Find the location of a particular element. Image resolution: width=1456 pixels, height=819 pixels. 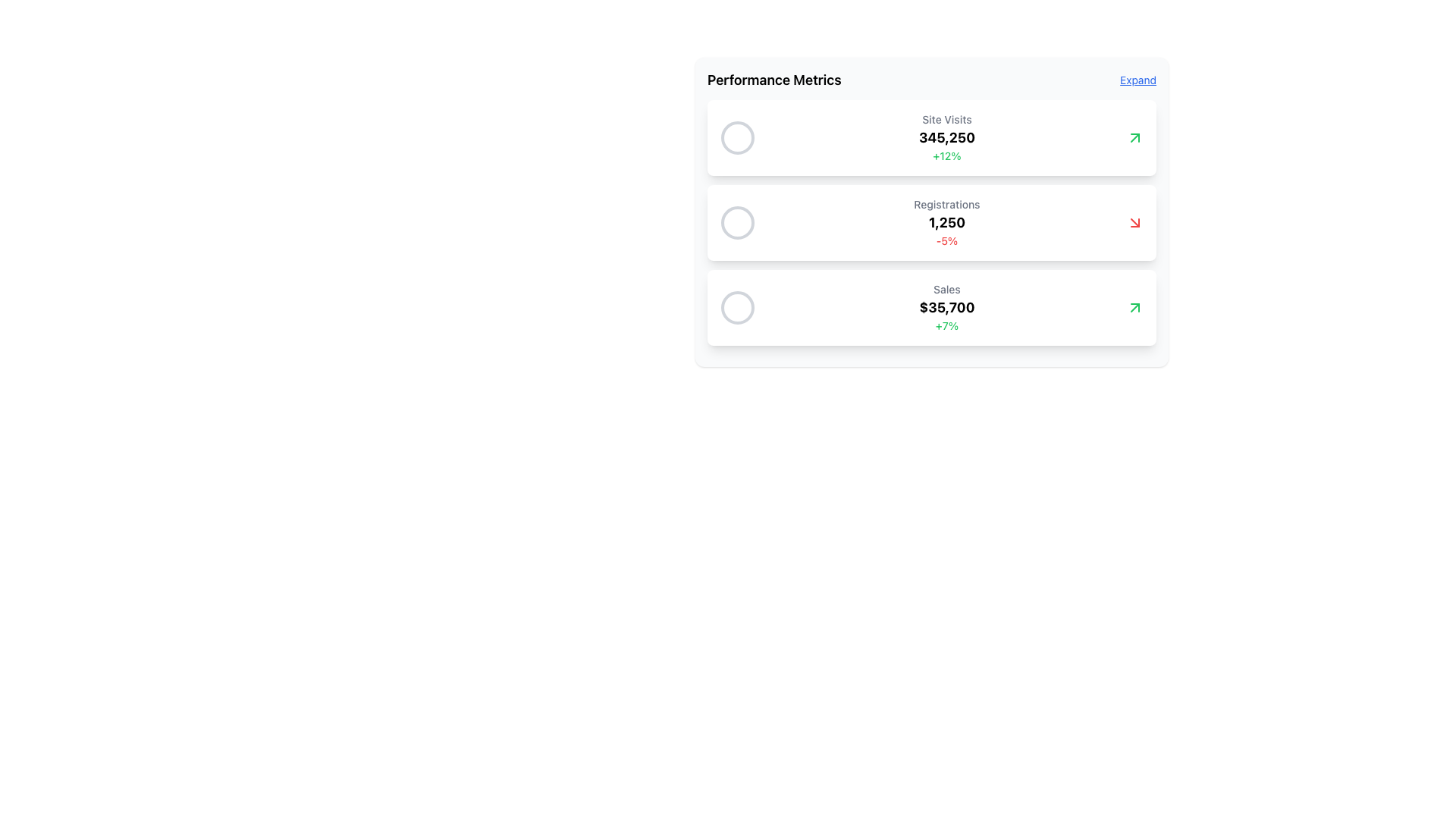

the text label that displays the numerical value of site visits, located in the first row of metrics, underneath 'Site Visits' and above '+12%' is located at coordinates (946, 137).